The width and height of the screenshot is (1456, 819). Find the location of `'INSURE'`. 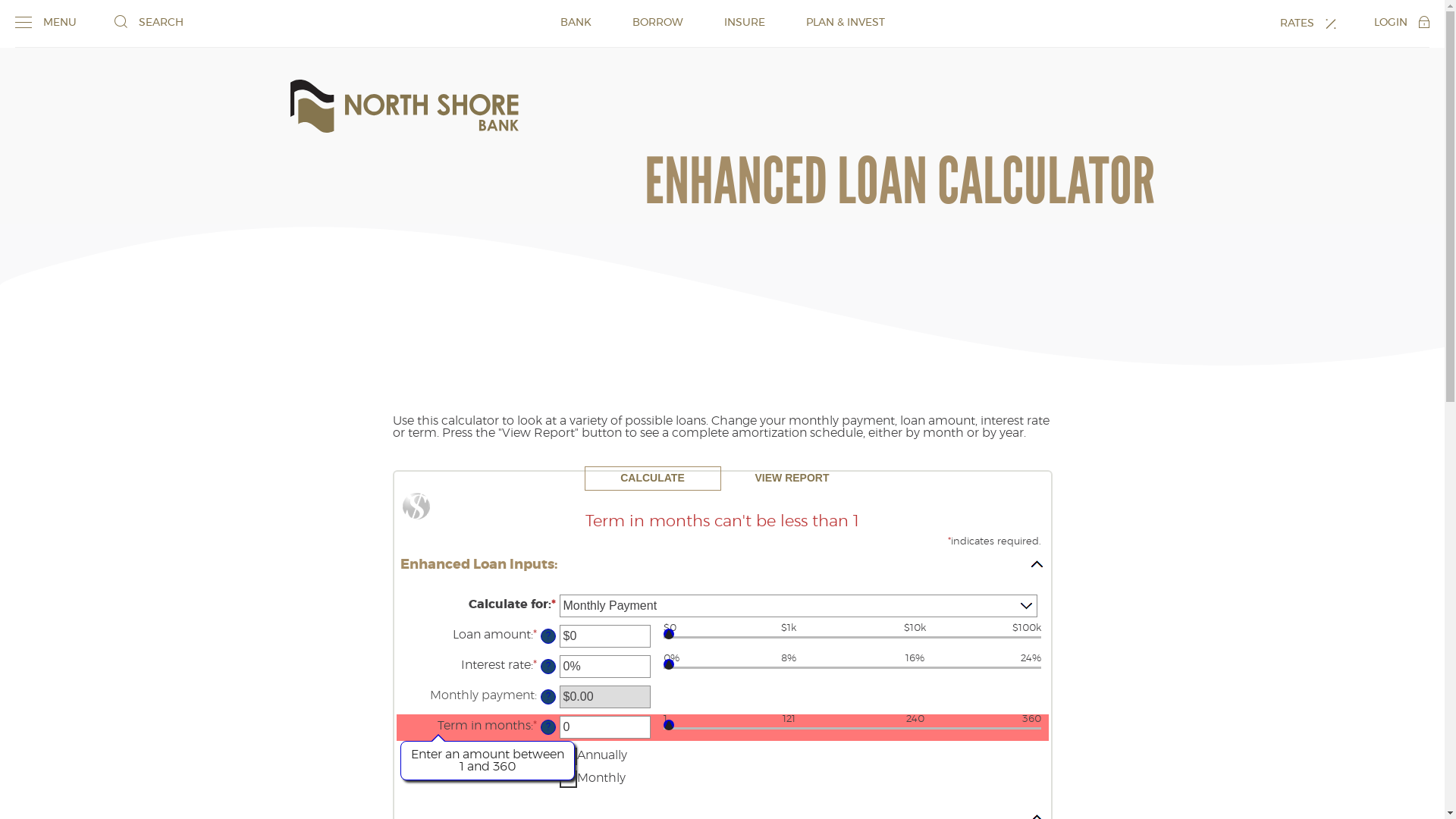

'INSURE' is located at coordinates (723, 23).